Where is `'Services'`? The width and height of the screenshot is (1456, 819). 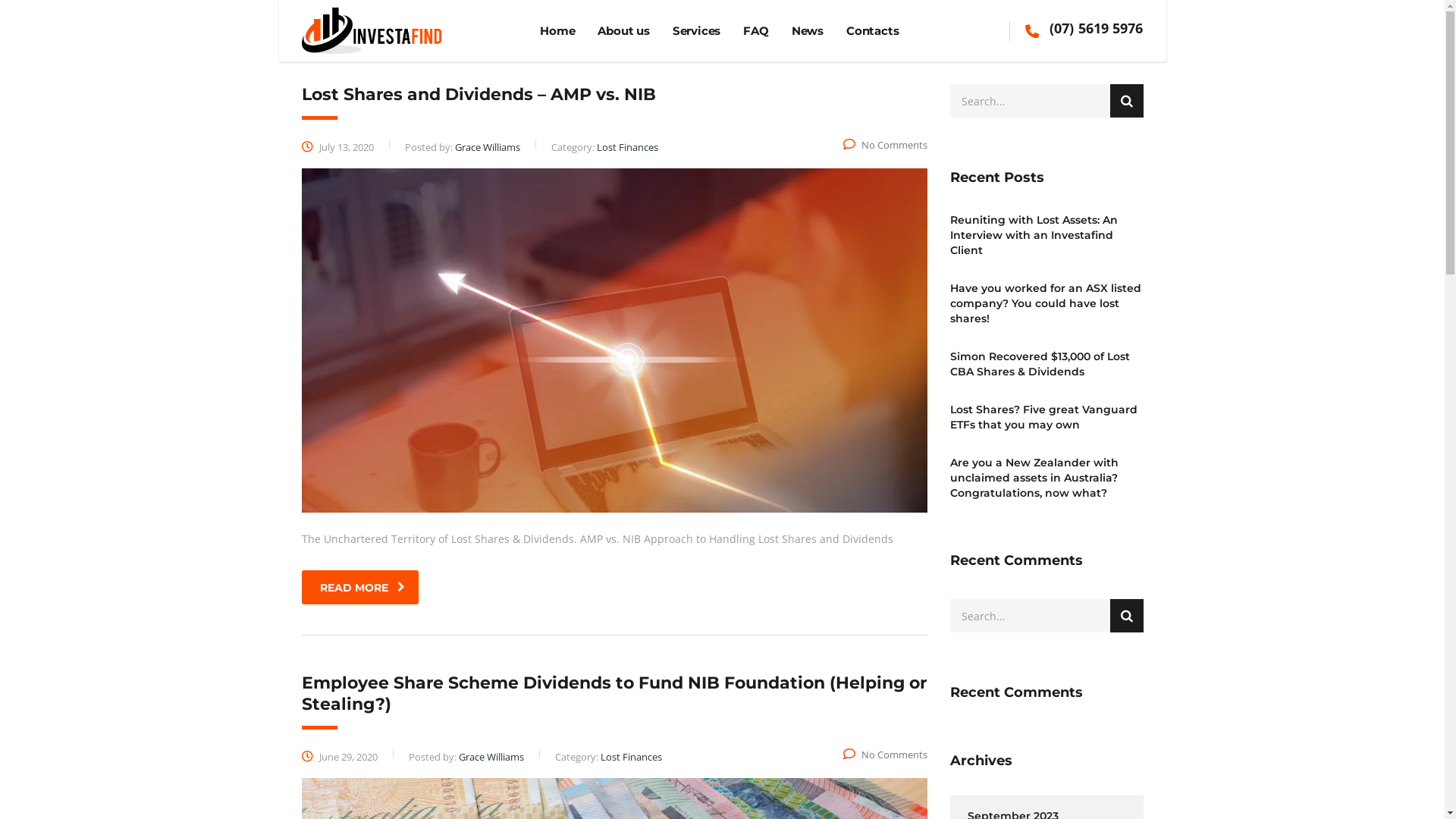 'Services' is located at coordinates (695, 31).